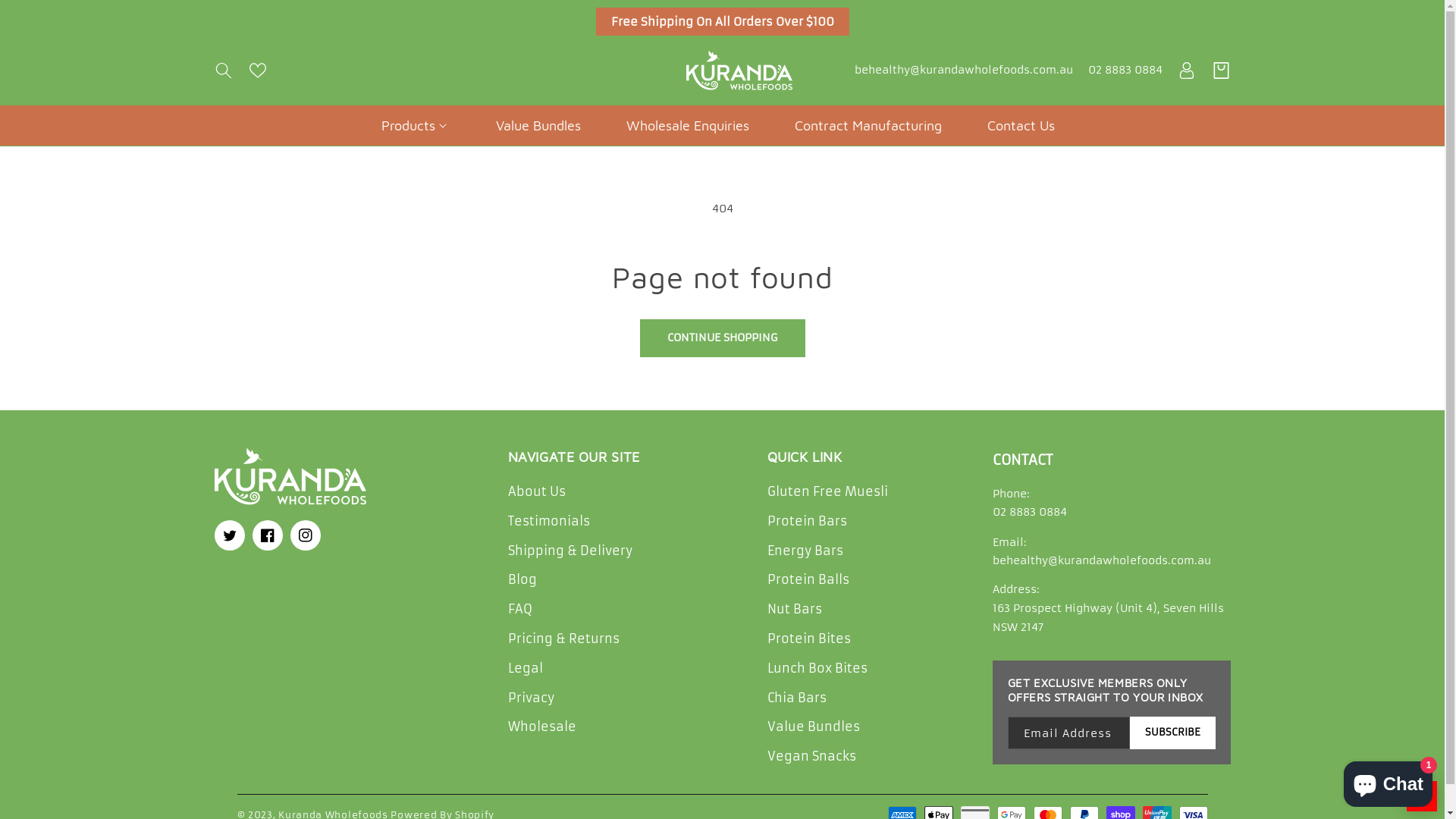  I want to click on 'About Us', so click(537, 494).